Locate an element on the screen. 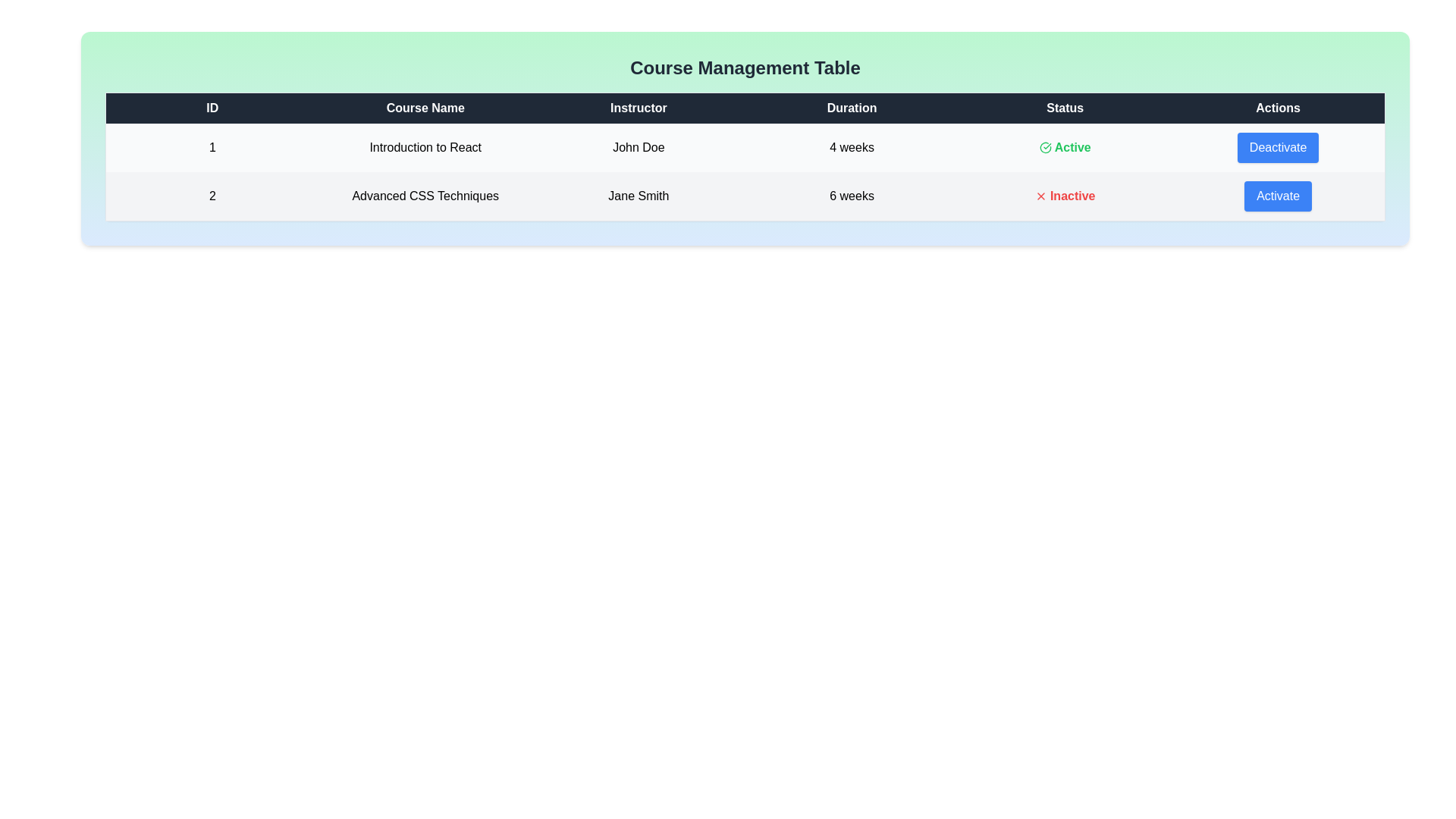 This screenshot has height=819, width=1456. the button in the 'Actions' column of the table row titled 'Advanced CSS Techniques' is located at coordinates (1277, 195).